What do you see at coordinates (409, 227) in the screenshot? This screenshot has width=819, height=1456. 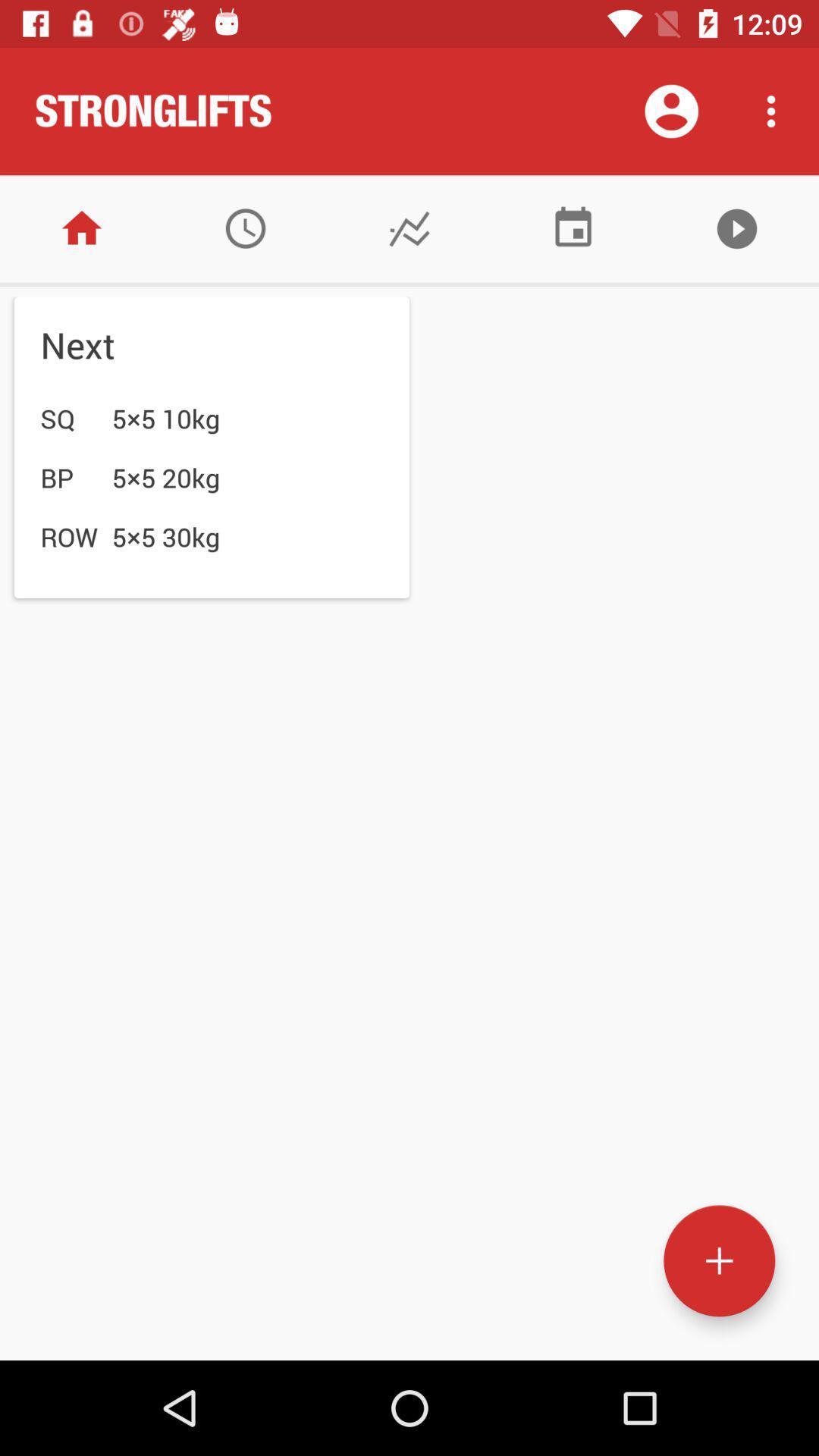 I see `graph view` at bounding box center [409, 227].